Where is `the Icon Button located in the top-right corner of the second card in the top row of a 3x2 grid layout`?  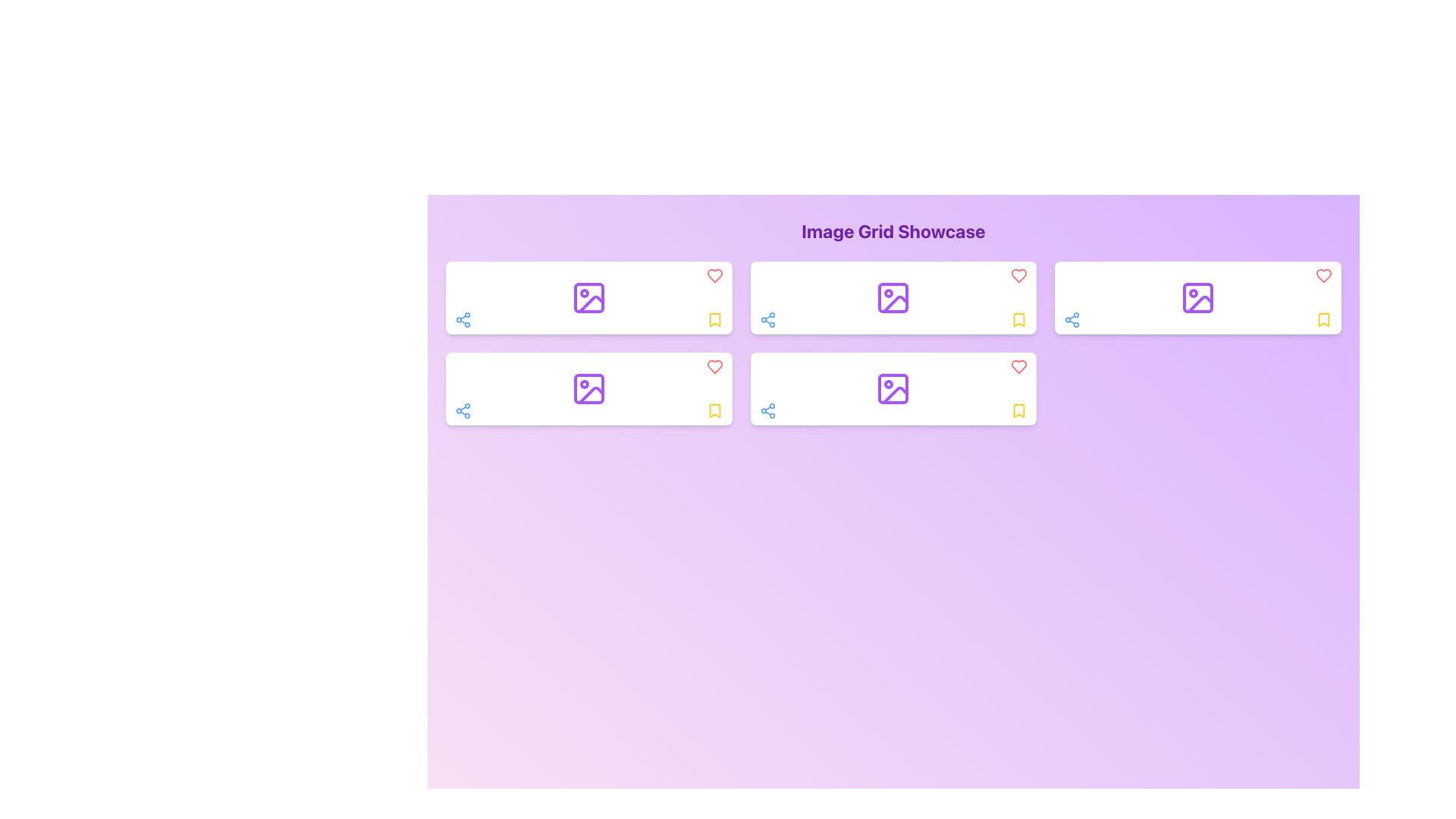 the Icon Button located in the top-right corner of the second card in the top row of a 3x2 grid layout is located at coordinates (1019, 366).